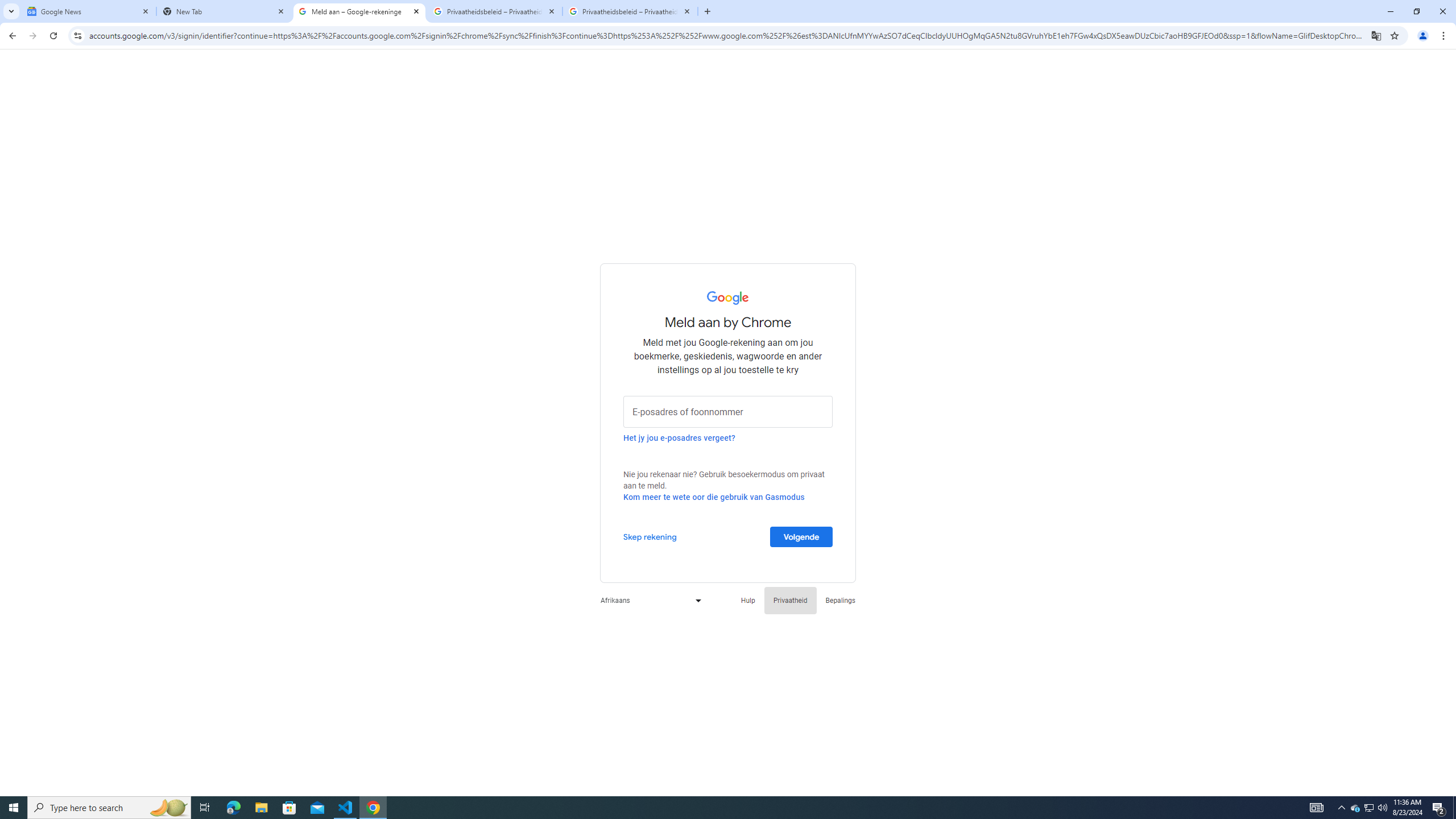  What do you see at coordinates (647, 599) in the screenshot?
I see `'Afrikaans'` at bounding box center [647, 599].